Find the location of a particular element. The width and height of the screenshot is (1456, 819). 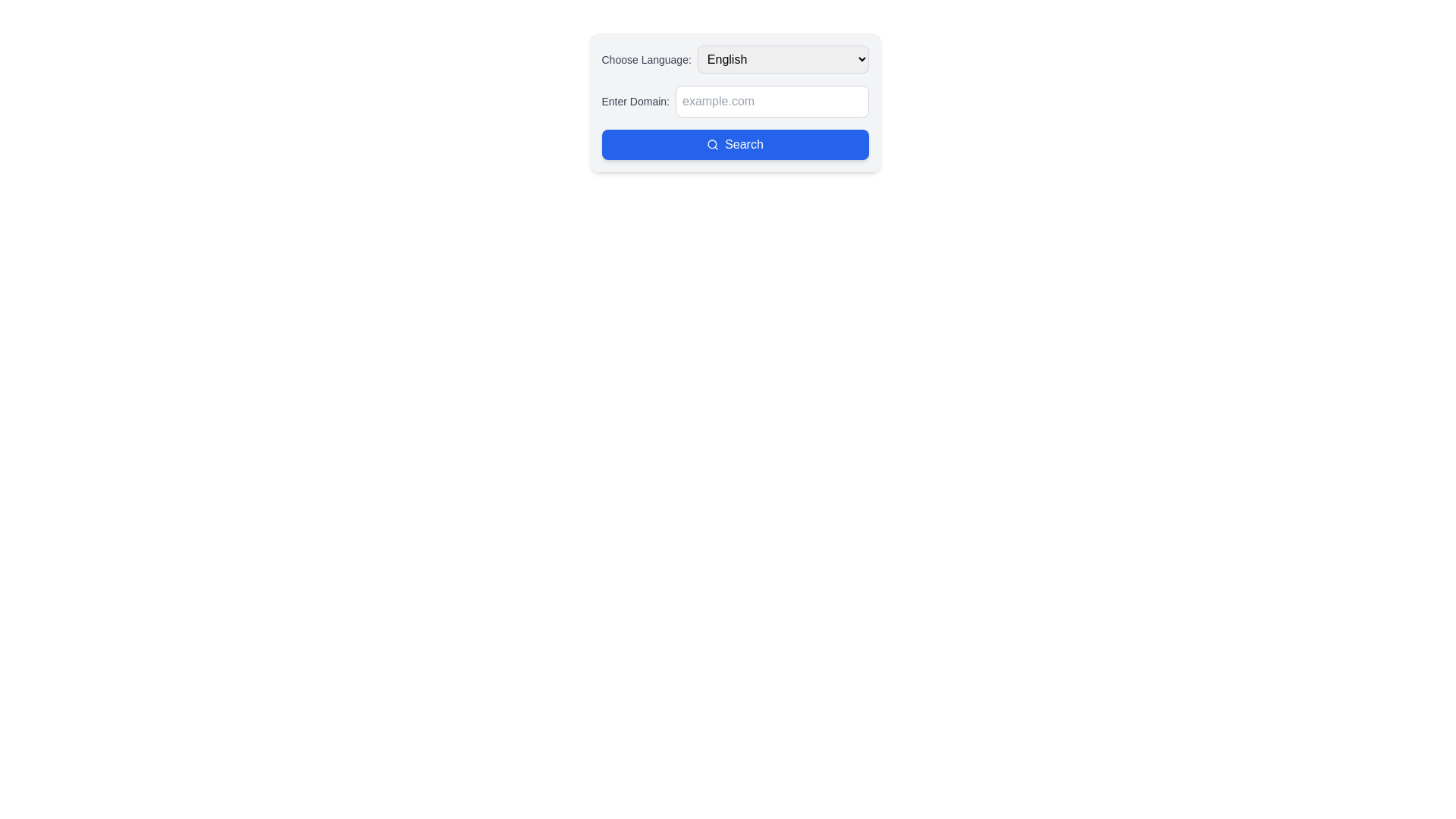

the dropdown menu labeled 'Choose Language:' is located at coordinates (735, 58).